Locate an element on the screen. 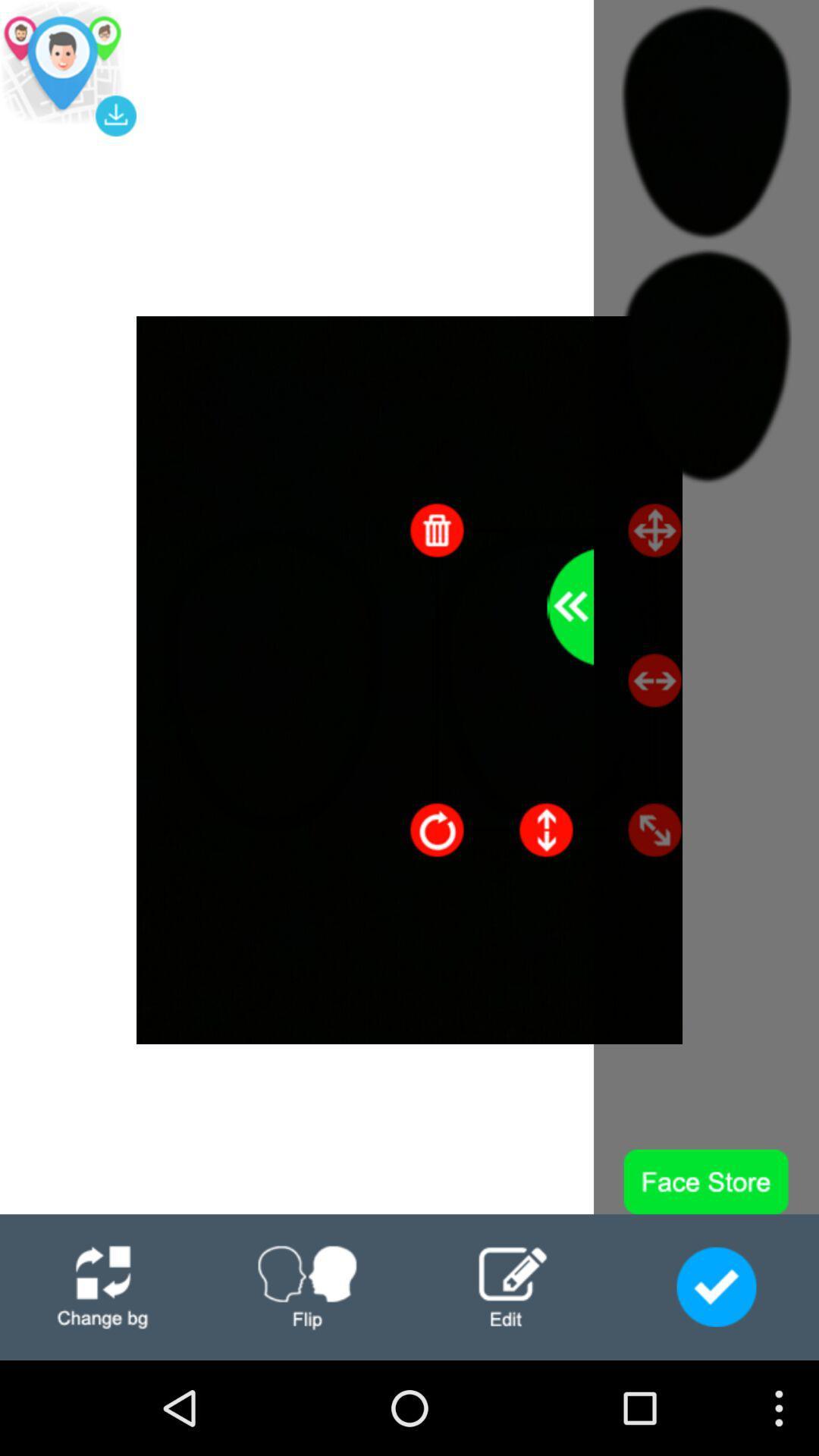 Image resolution: width=819 pixels, height=1456 pixels. finished is located at coordinates (717, 1286).